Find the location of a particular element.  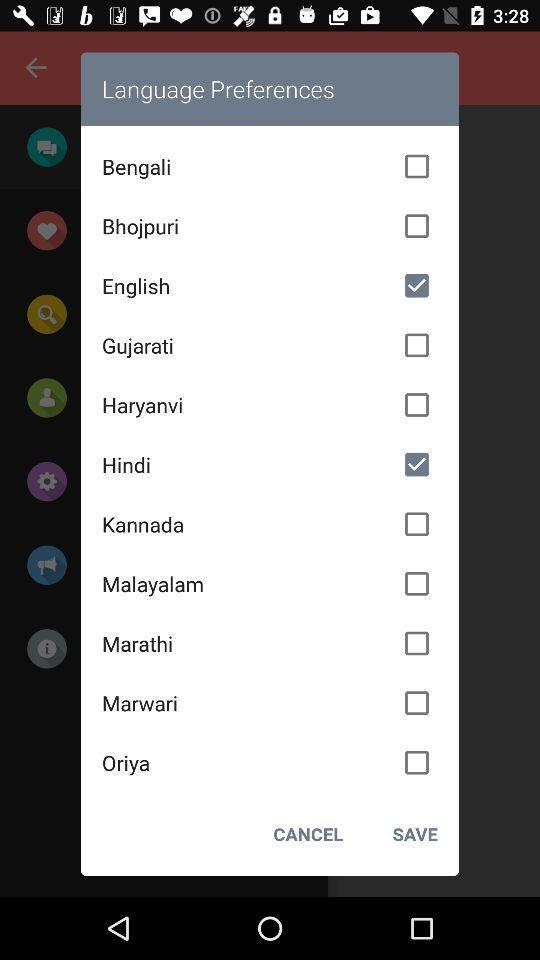

the icon below kannada is located at coordinates (270, 583).